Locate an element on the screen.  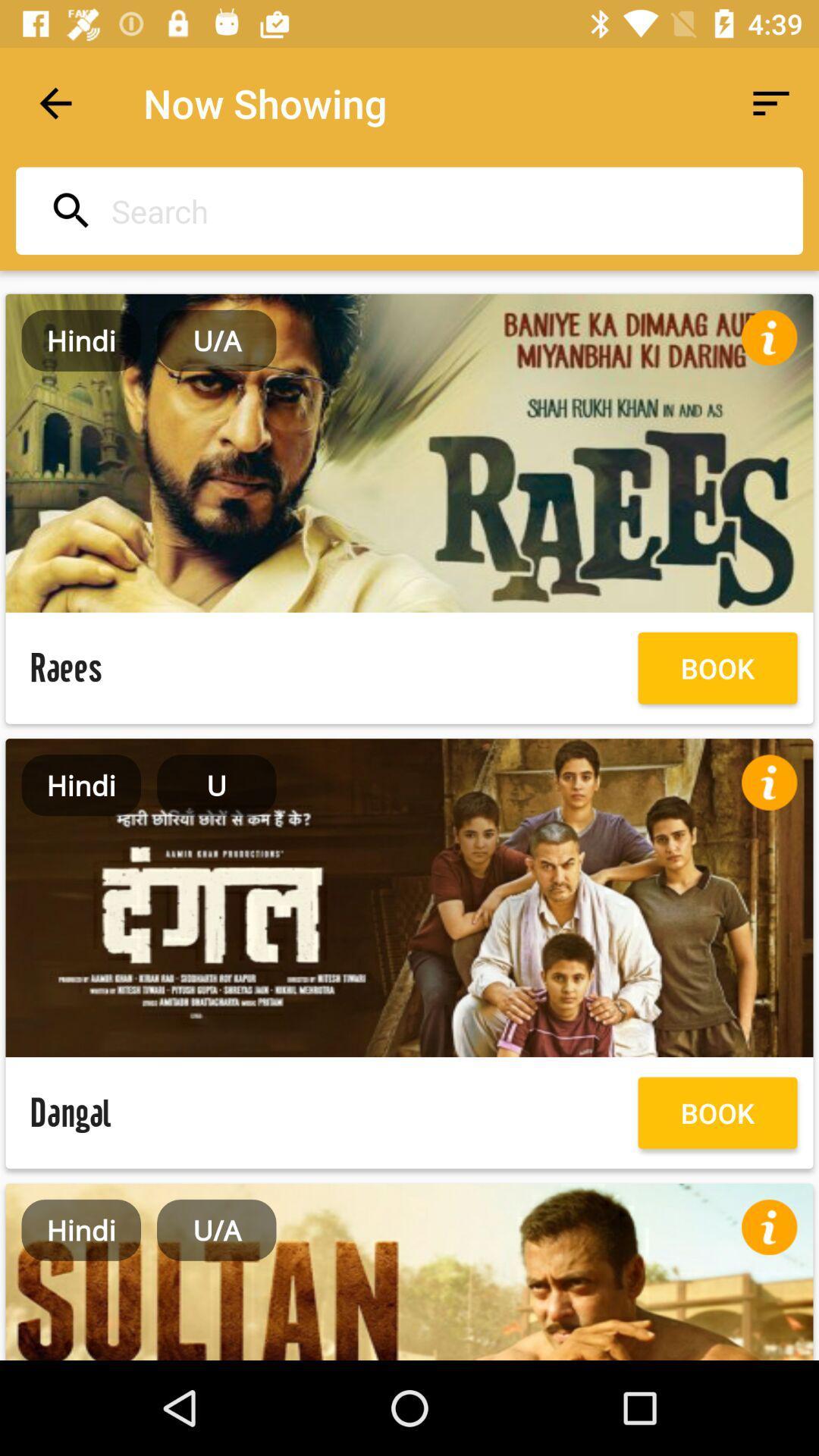
open search bar is located at coordinates (404, 210).